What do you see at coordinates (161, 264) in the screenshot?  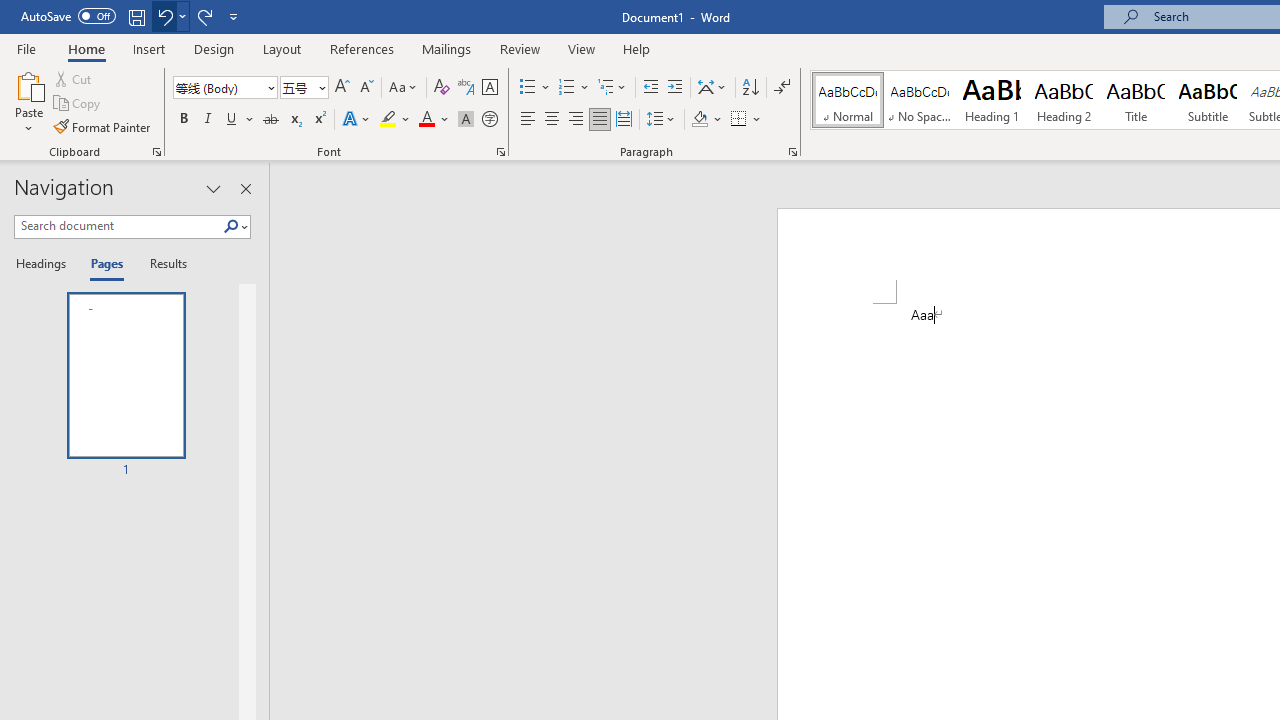 I see `'Results'` at bounding box center [161, 264].